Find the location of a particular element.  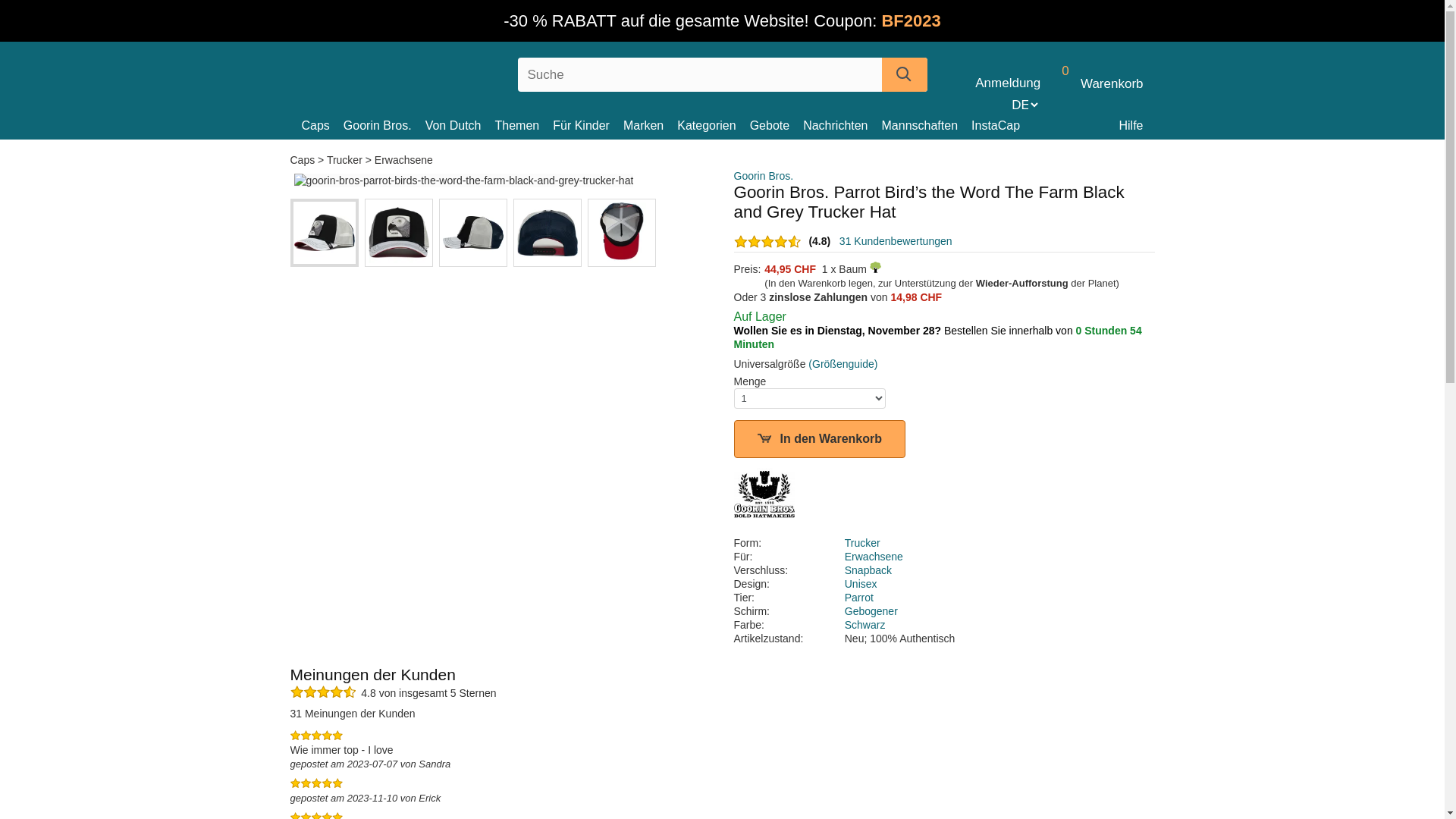

'Erwachsene' is located at coordinates (403, 160).